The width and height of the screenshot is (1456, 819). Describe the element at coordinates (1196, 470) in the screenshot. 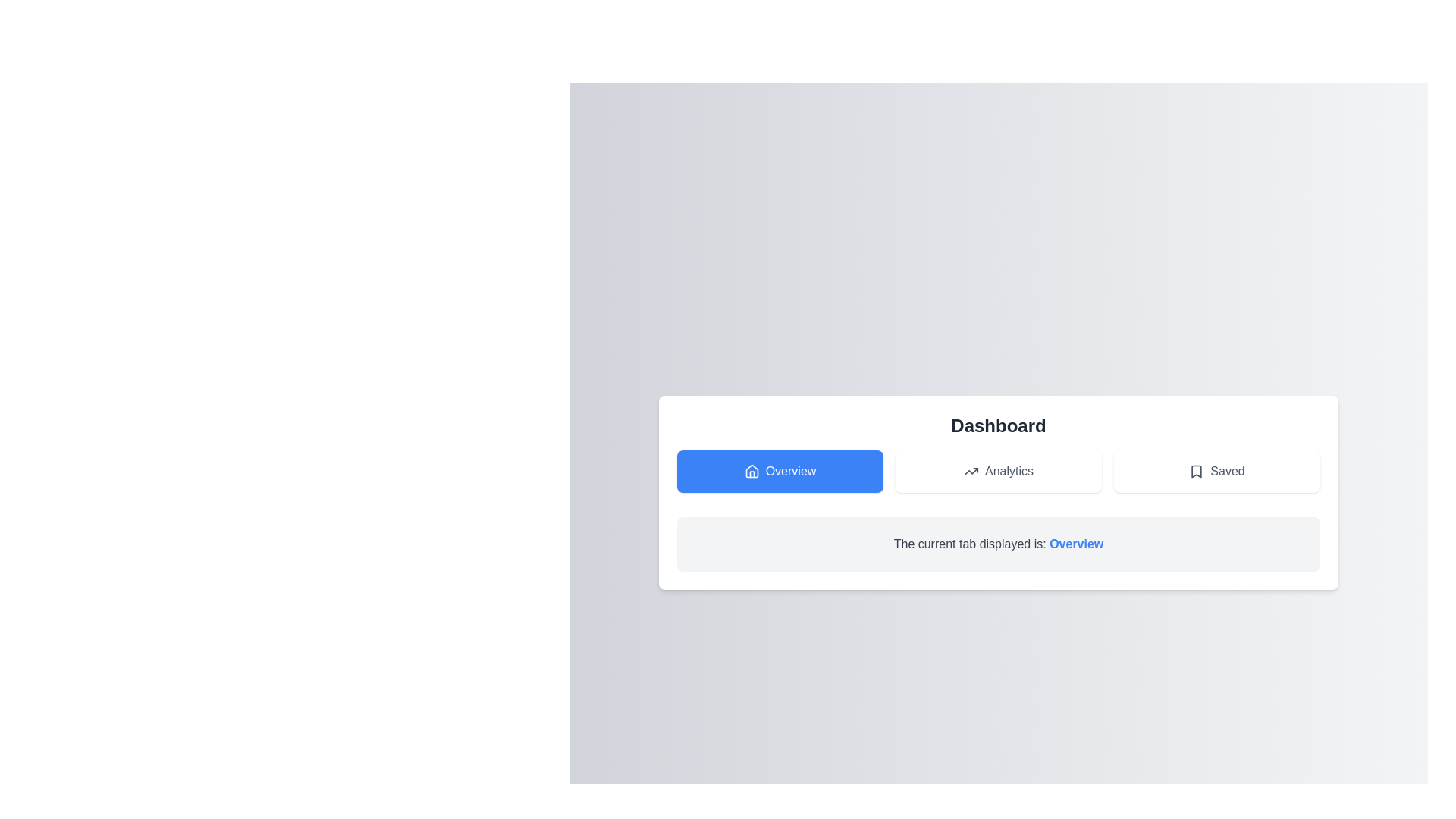

I see `the bookmark icon within the 'Saved' button, which is centrally positioned and characterized by a triangular notch at its lower end` at that location.